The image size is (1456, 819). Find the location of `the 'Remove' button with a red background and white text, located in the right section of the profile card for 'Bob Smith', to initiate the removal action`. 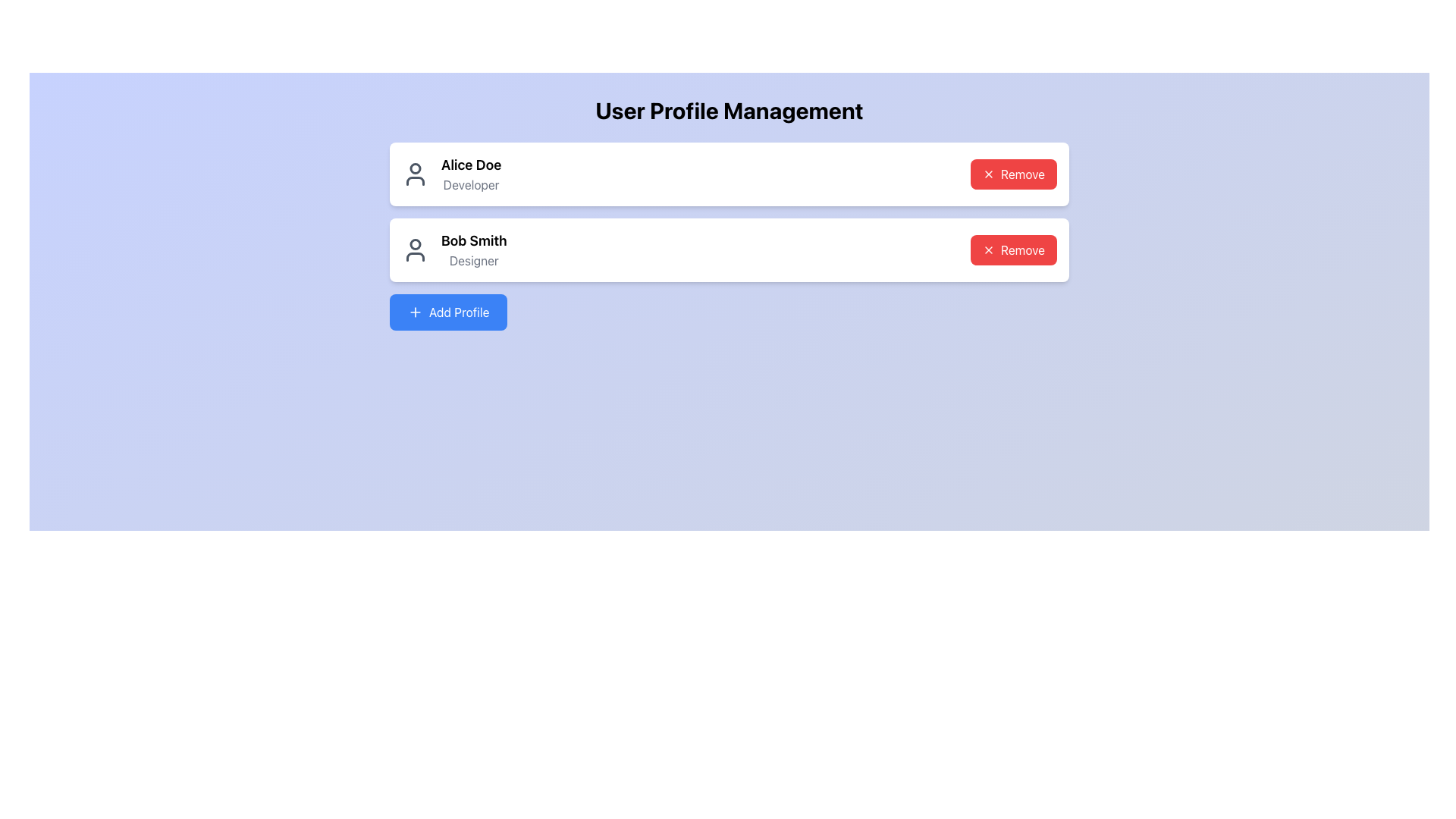

the 'Remove' button with a red background and white text, located in the right section of the profile card for 'Bob Smith', to initiate the removal action is located at coordinates (1013, 249).